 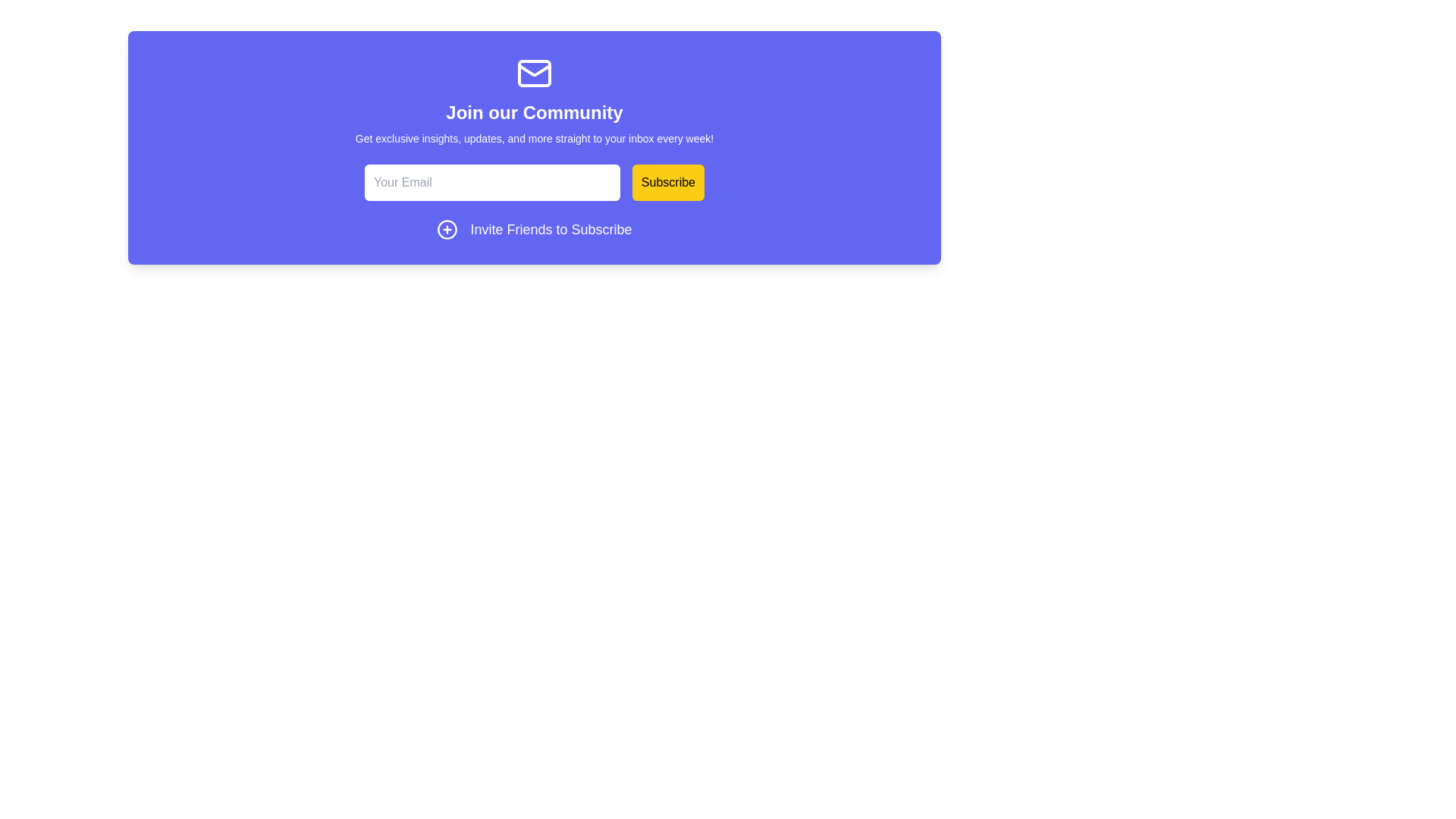 What do you see at coordinates (550, 230) in the screenshot?
I see `text label that encourages users to invite friends to subscribe, located below the email subscription input field and button` at bounding box center [550, 230].